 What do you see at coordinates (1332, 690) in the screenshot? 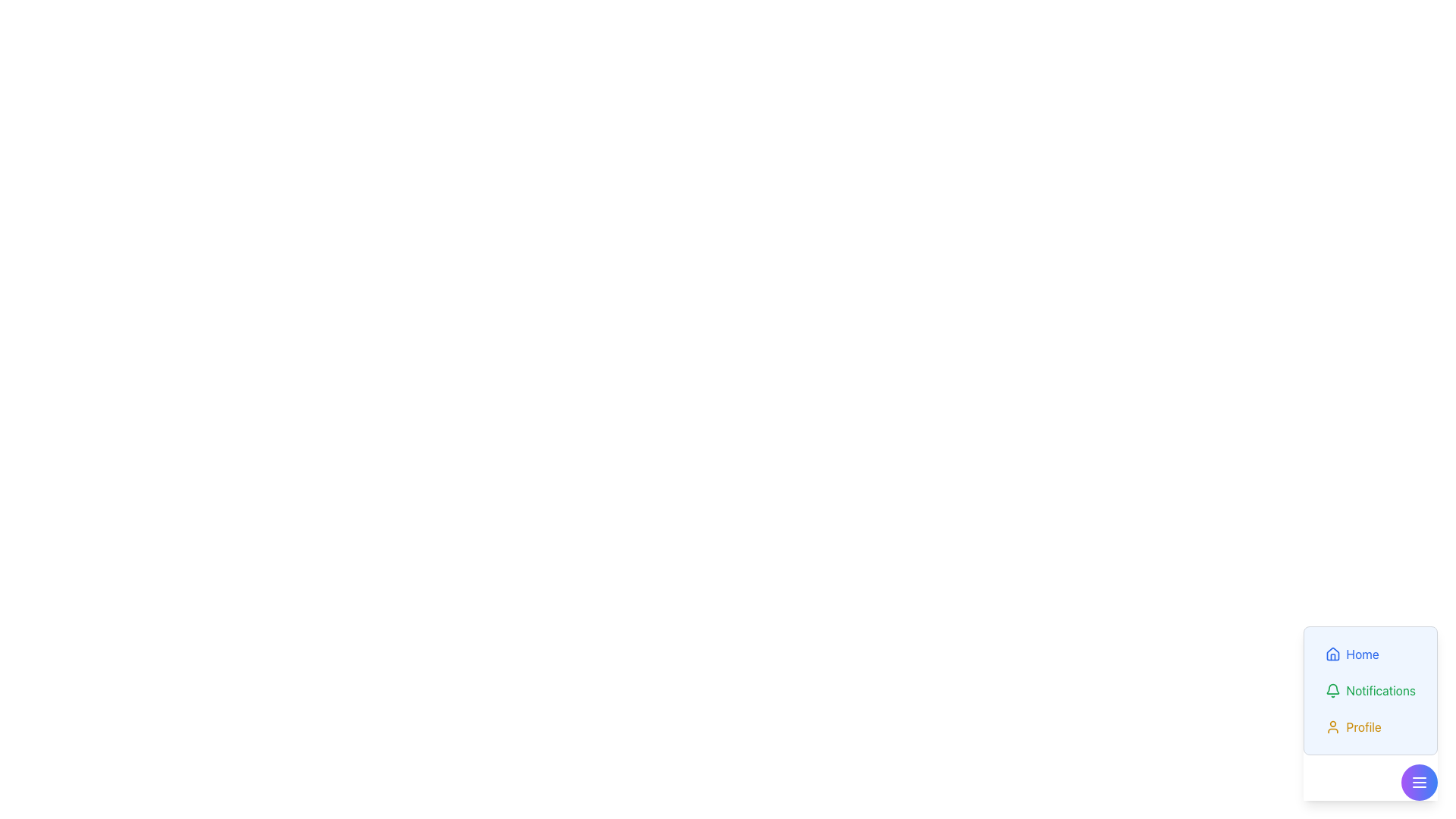
I see `the green bell icon representing notifications, located to the left of the 'Notifications' text in the bottom-right area of the interface` at bounding box center [1332, 690].